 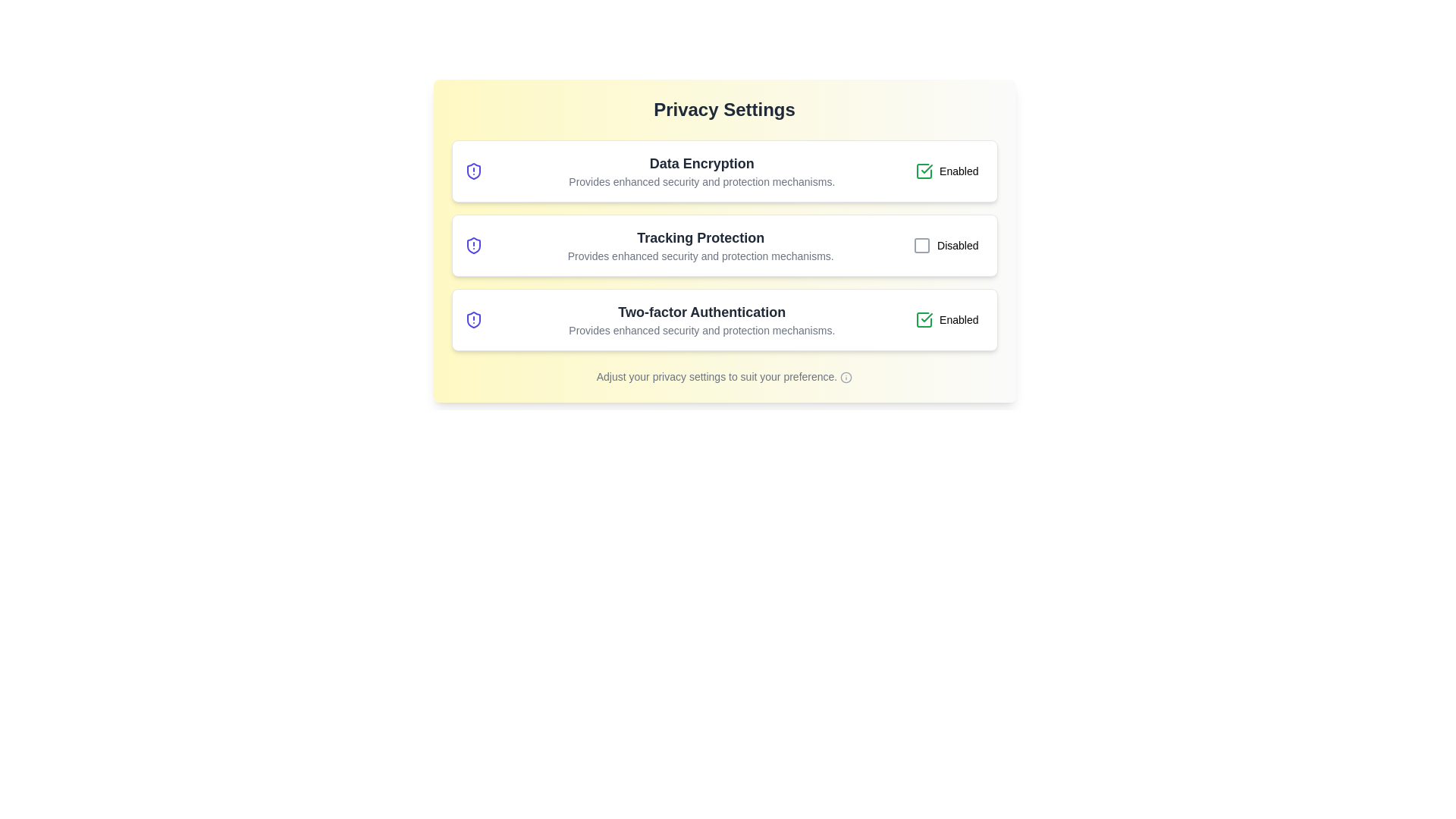 What do you see at coordinates (958, 318) in the screenshot?
I see `the text label displaying 'Enabled', which is located next to a green checkmark icon in the settings list` at bounding box center [958, 318].